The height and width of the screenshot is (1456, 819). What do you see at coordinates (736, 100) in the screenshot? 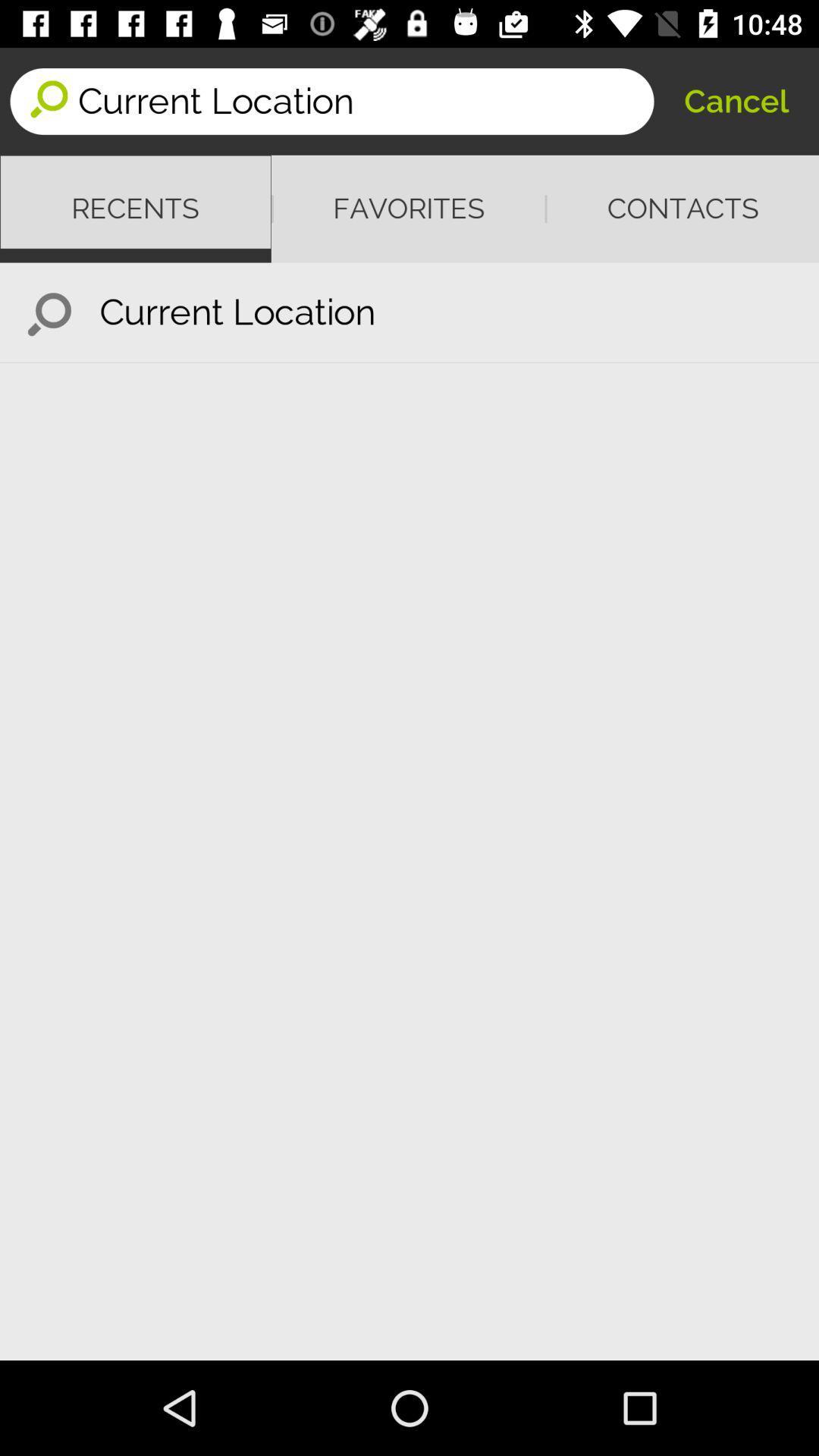
I see `cancel` at bounding box center [736, 100].